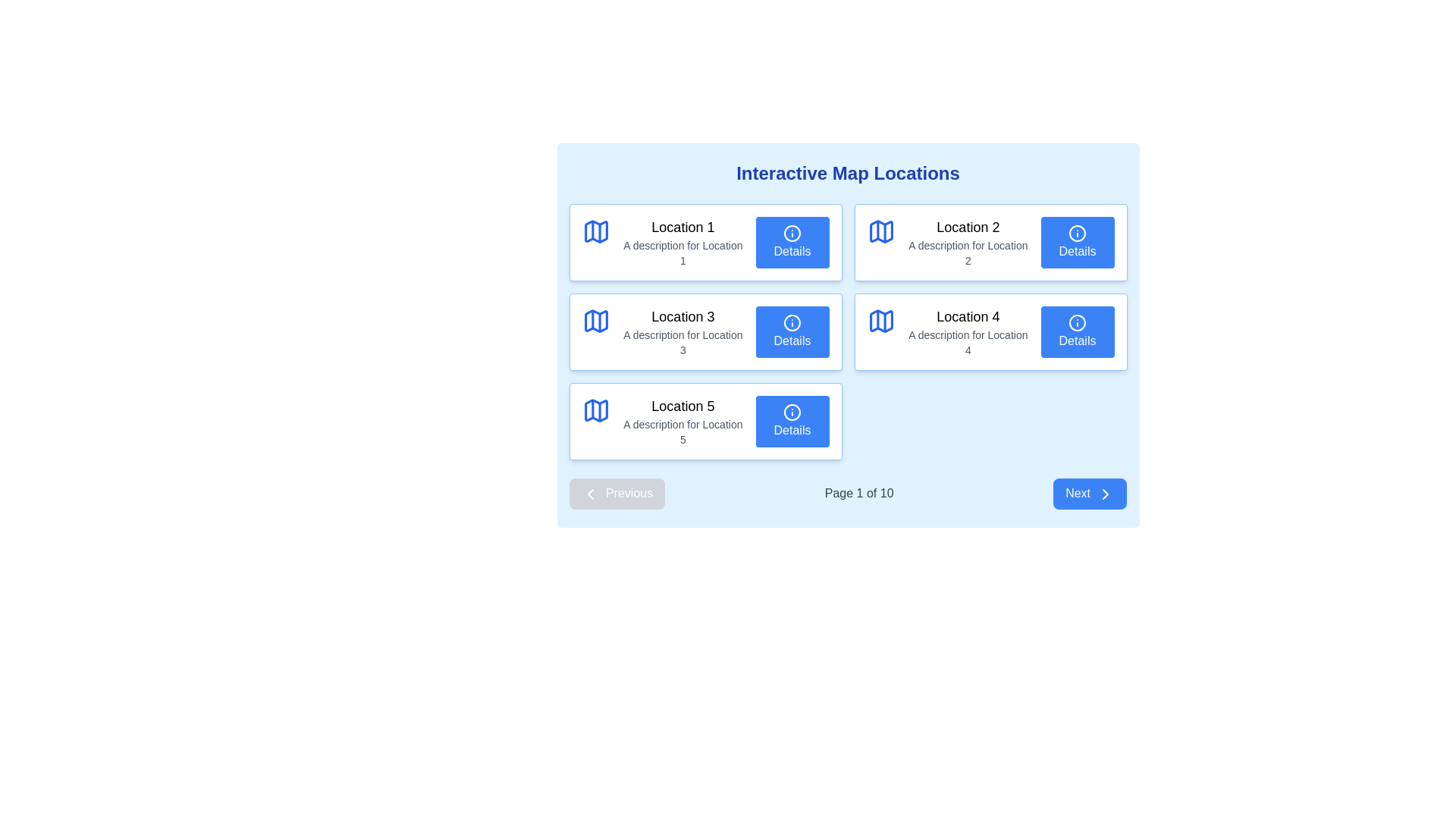 The height and width of the screenshot is (819, 1456). What do you see at coordinates (967, 253) in the screenshot?
I see `the static descriptive text element displaying 'A description for Location 2', which is styled in smaller gray font and positioned below the title 'Location 2' within the second card of a grid layout` at bounding box center [967, 253].